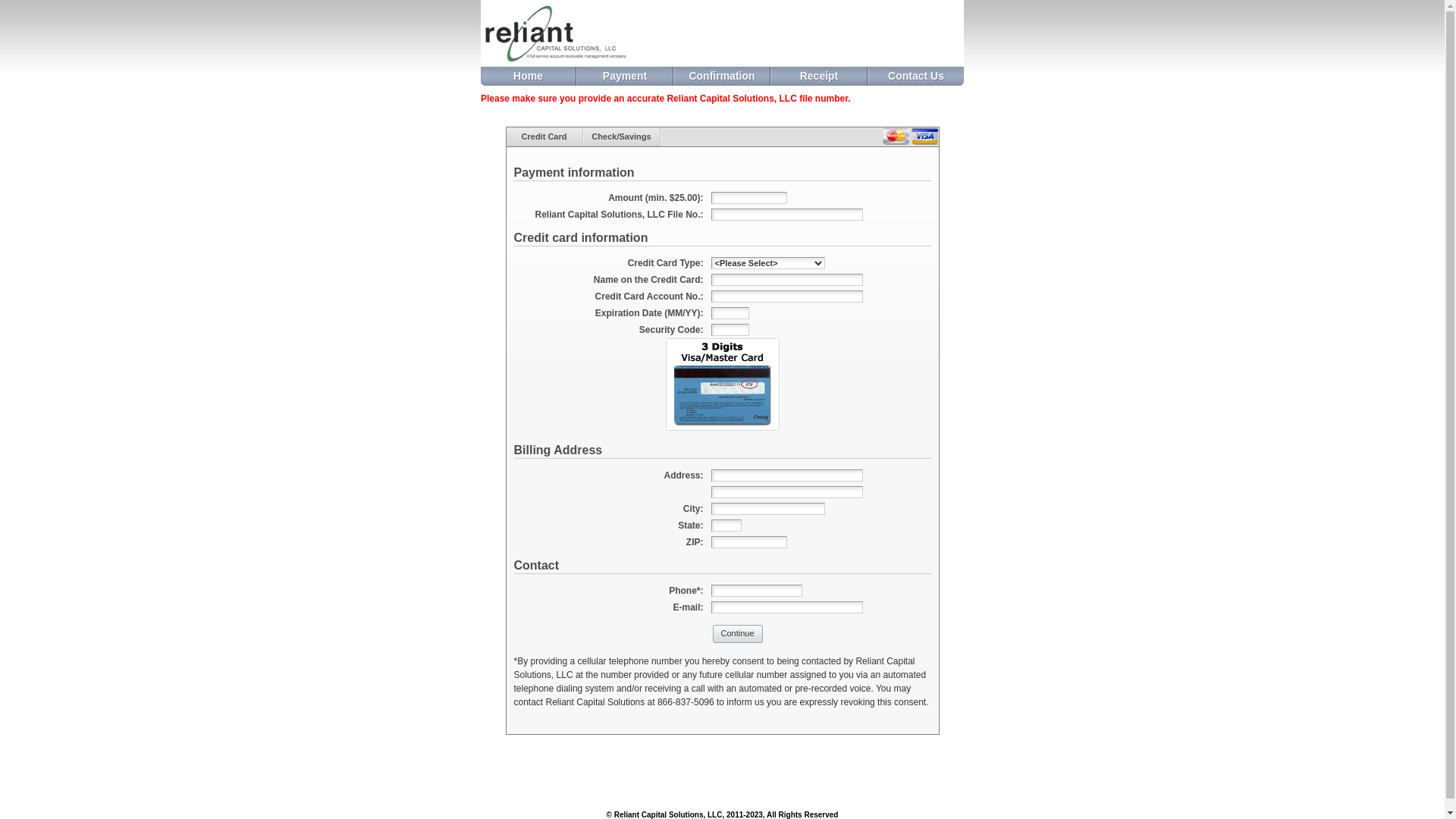 This screenshot has height=819, width=1456. Describe the element at coordinates (528, 76) in the screenshot. I see `'Home'` at that location.